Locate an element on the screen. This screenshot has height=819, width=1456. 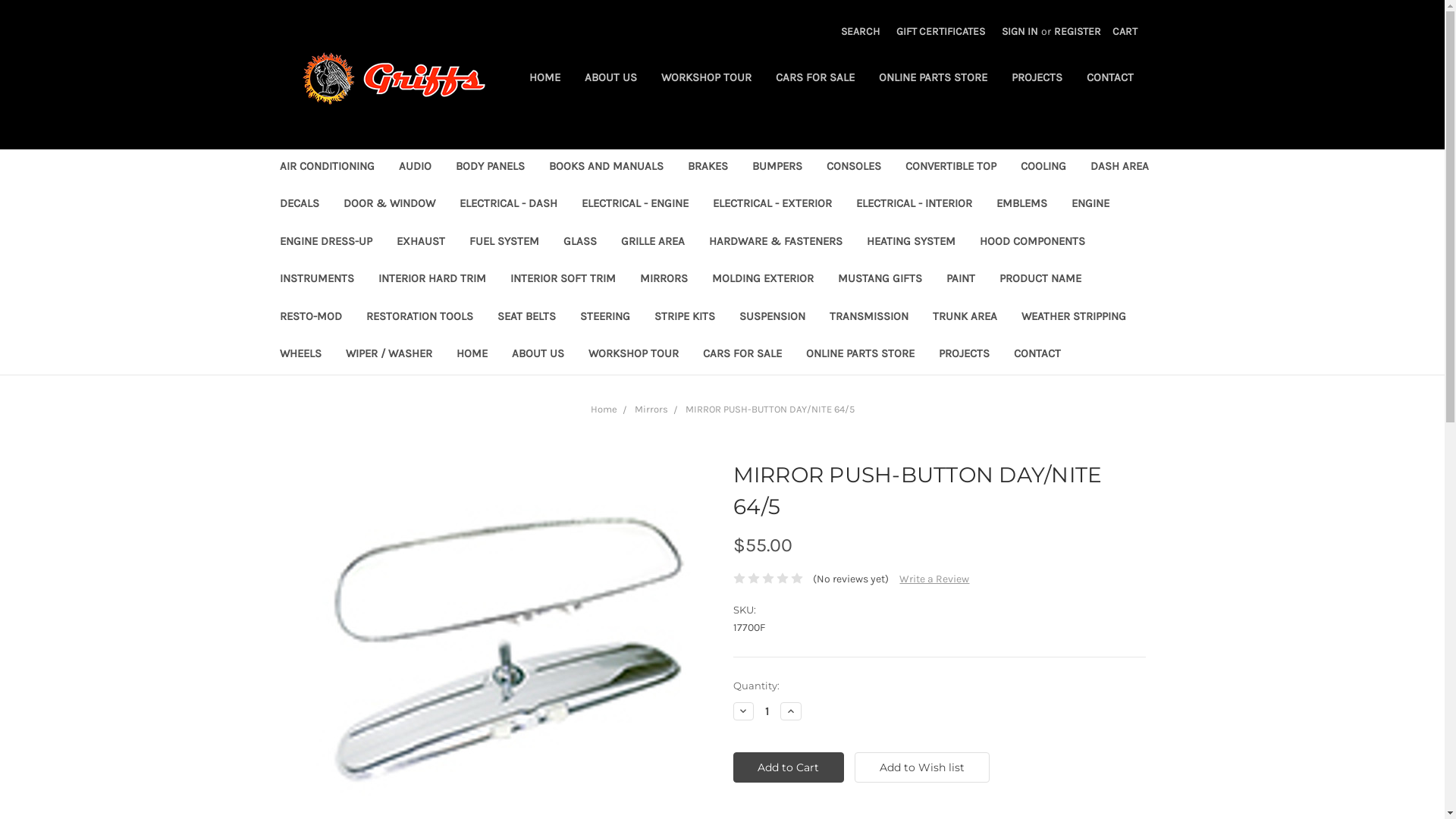
'DECALS' is located at coordinates (298, 205).